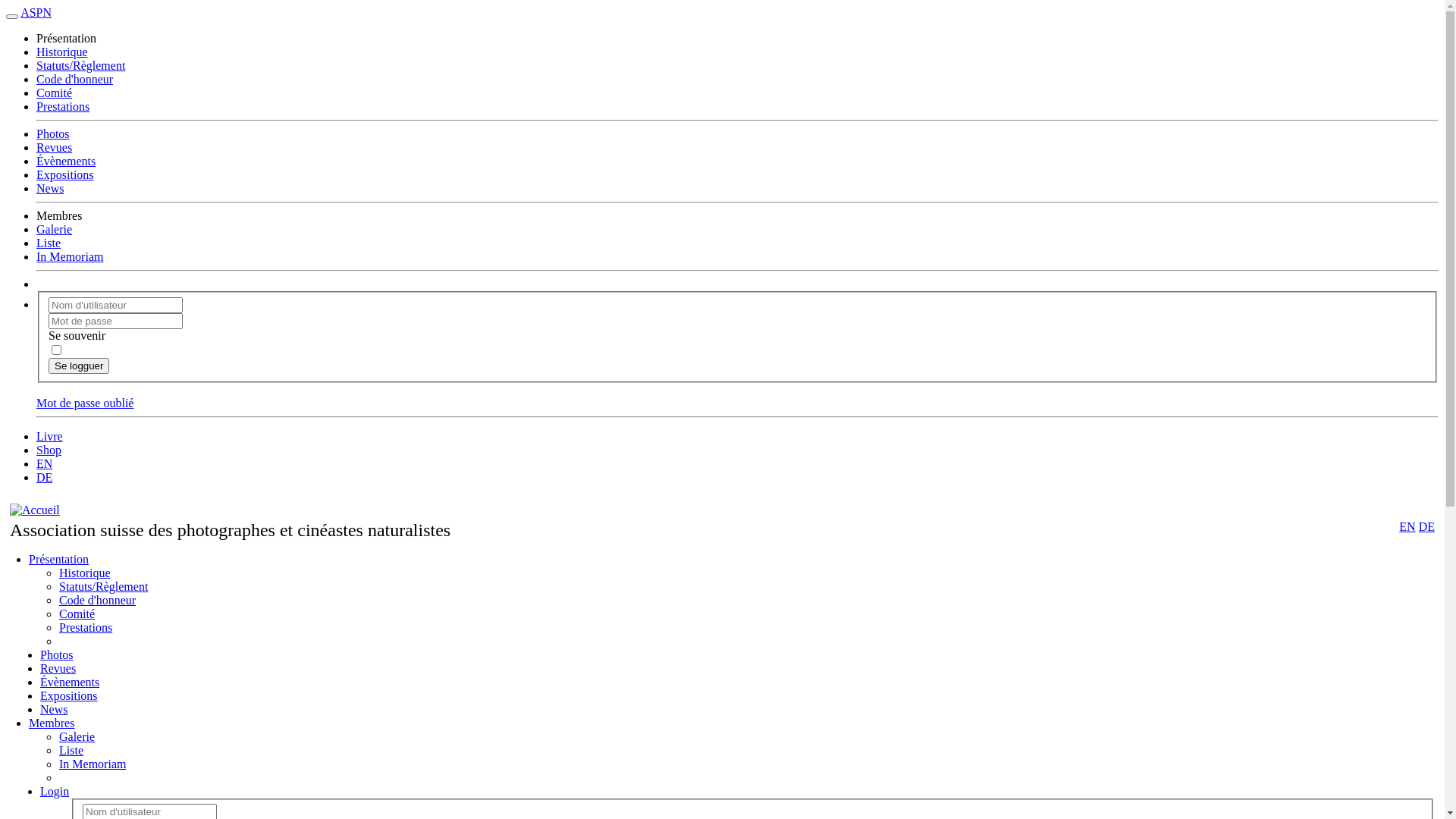  What do you see at coordinates (78, 366) in the screenshot?
I see `'Se logguer'` at bounding box center [78, 366].